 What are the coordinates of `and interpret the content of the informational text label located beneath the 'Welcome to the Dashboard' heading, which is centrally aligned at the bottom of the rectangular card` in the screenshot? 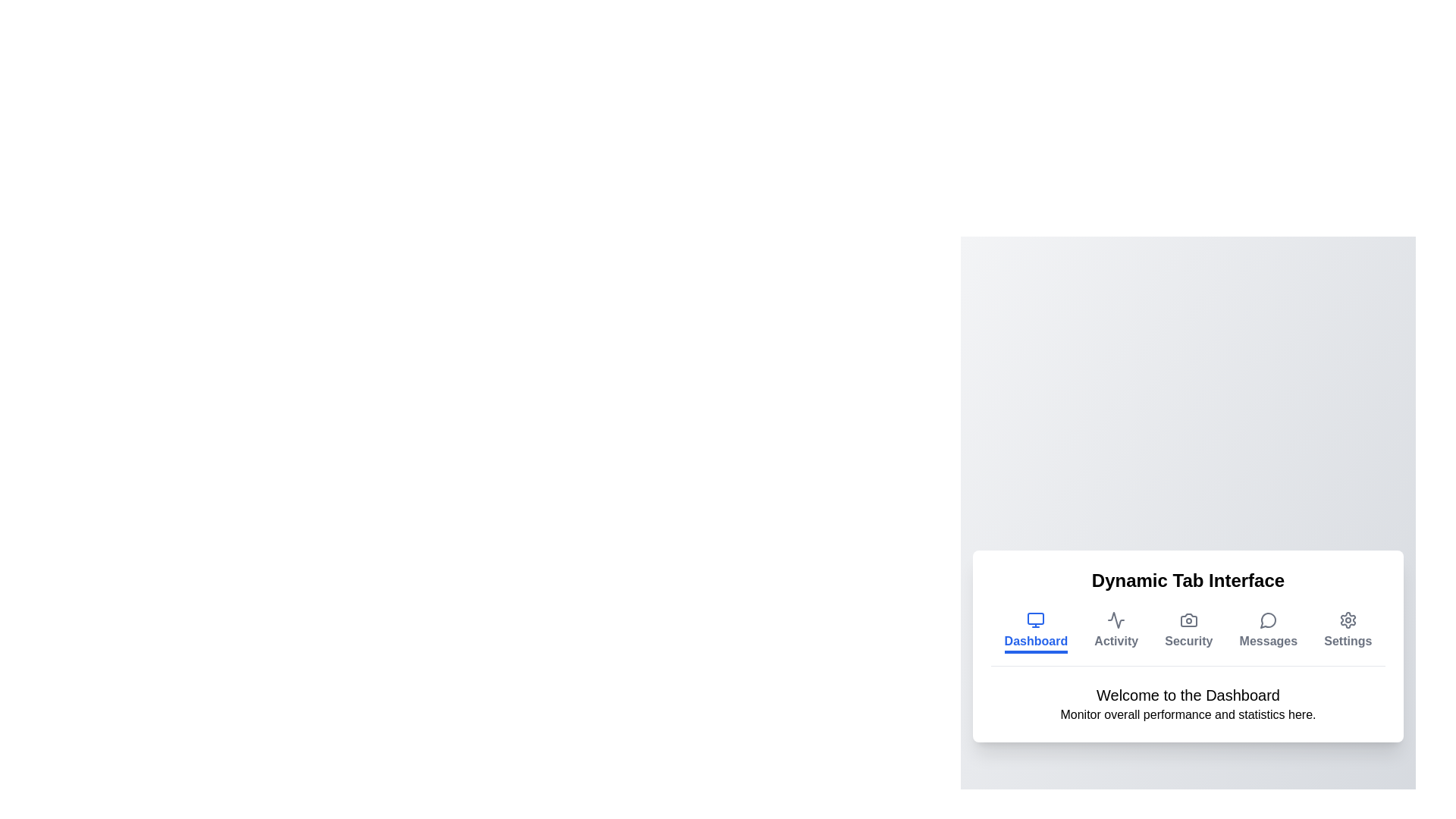 It's located at (1187, 714).